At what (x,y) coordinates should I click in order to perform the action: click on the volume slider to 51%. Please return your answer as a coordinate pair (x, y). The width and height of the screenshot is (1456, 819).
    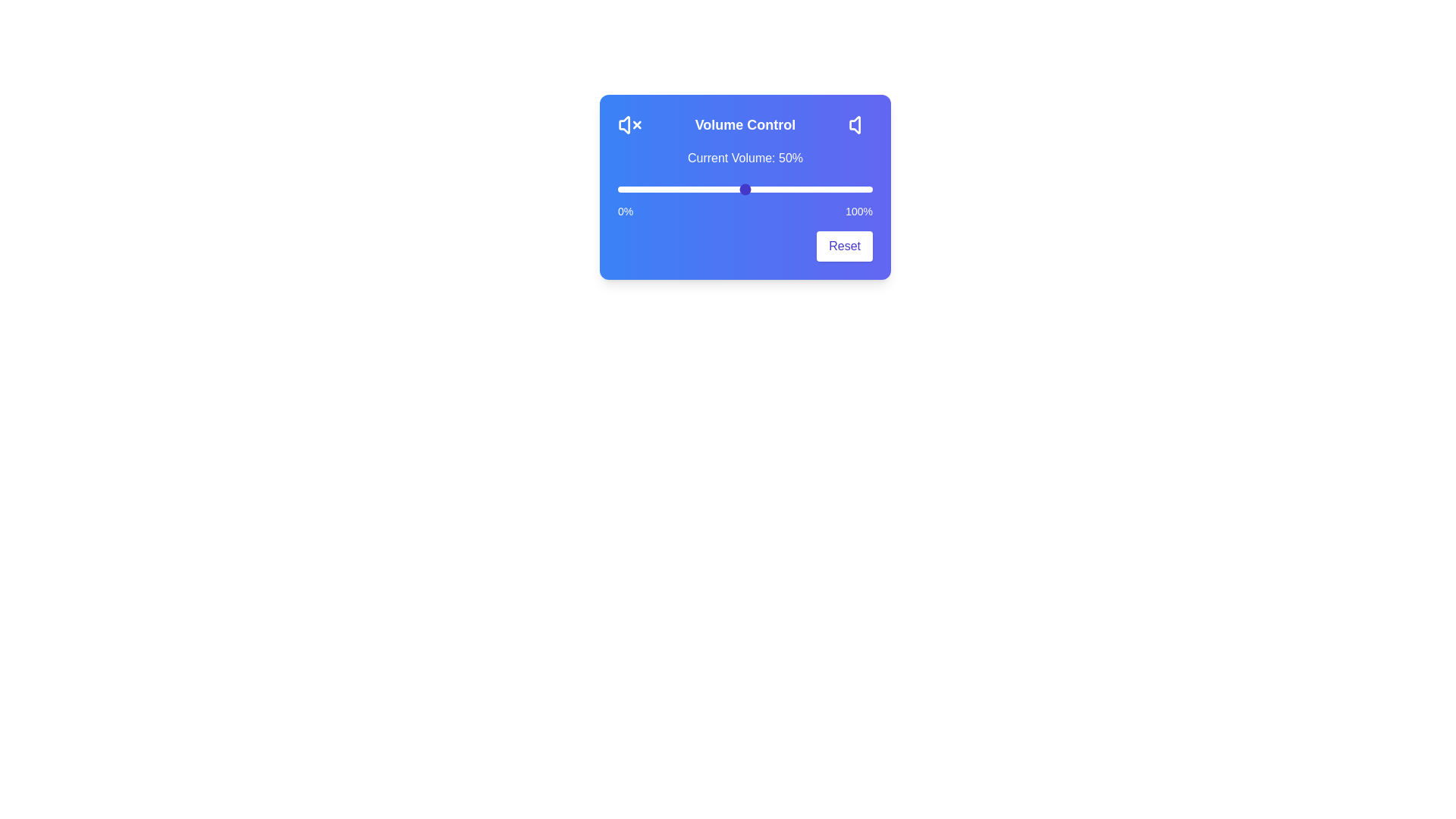
    Looking at the image, I should click on (748, 189).